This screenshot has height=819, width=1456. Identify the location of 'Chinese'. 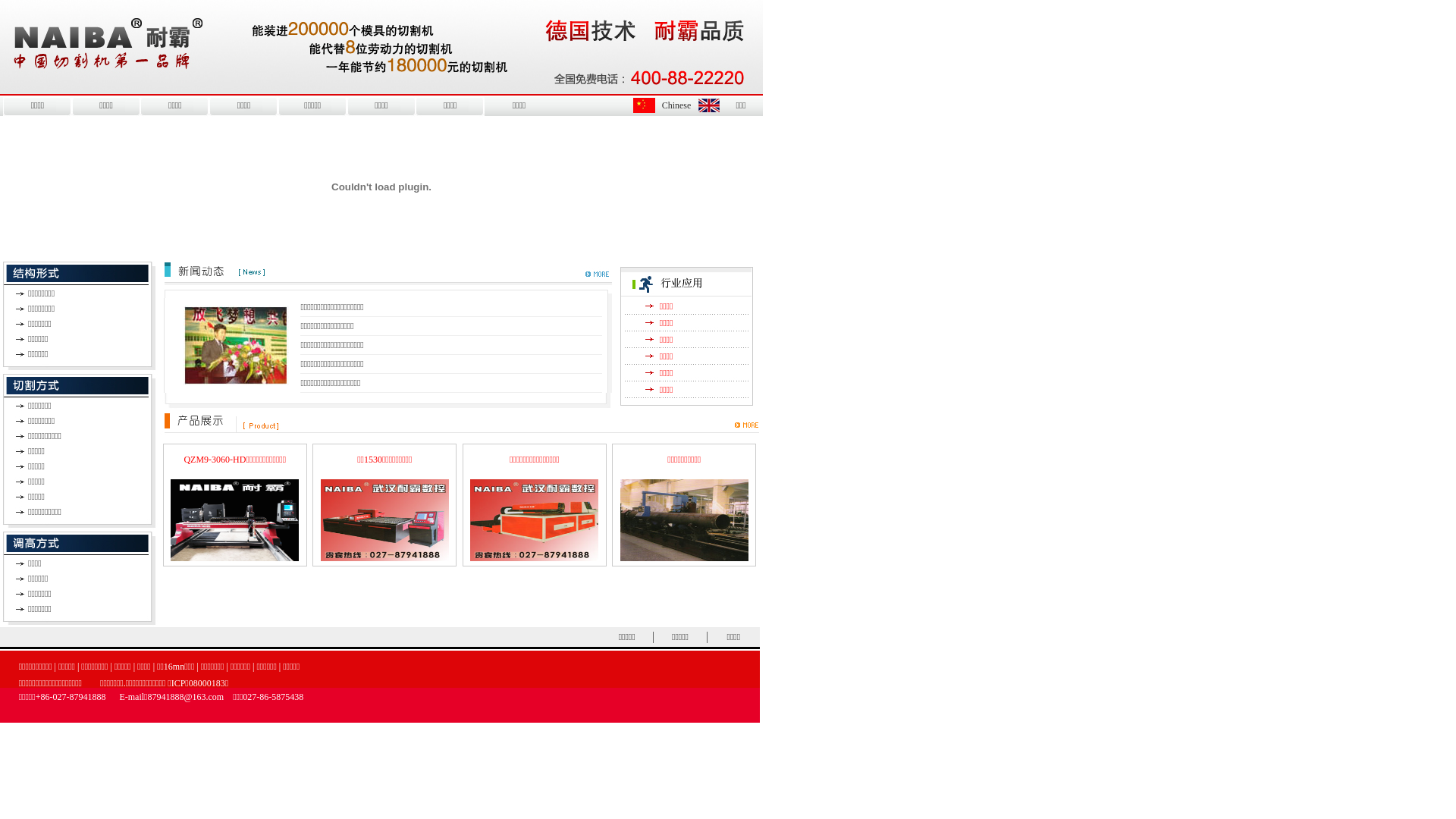
(676, 104).